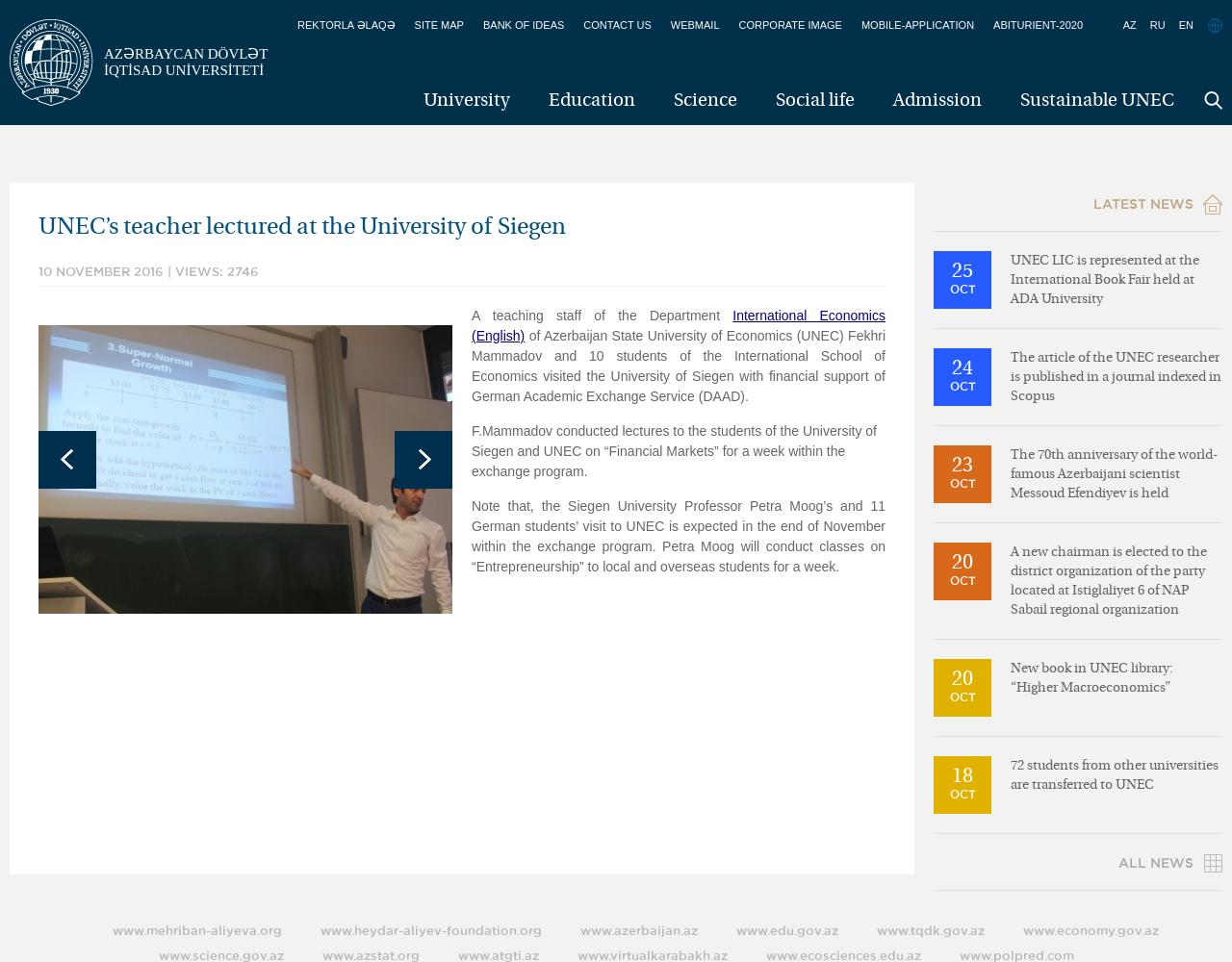 The image size is (1232, 962). I want to click on 'Social life', so click(814, 99).